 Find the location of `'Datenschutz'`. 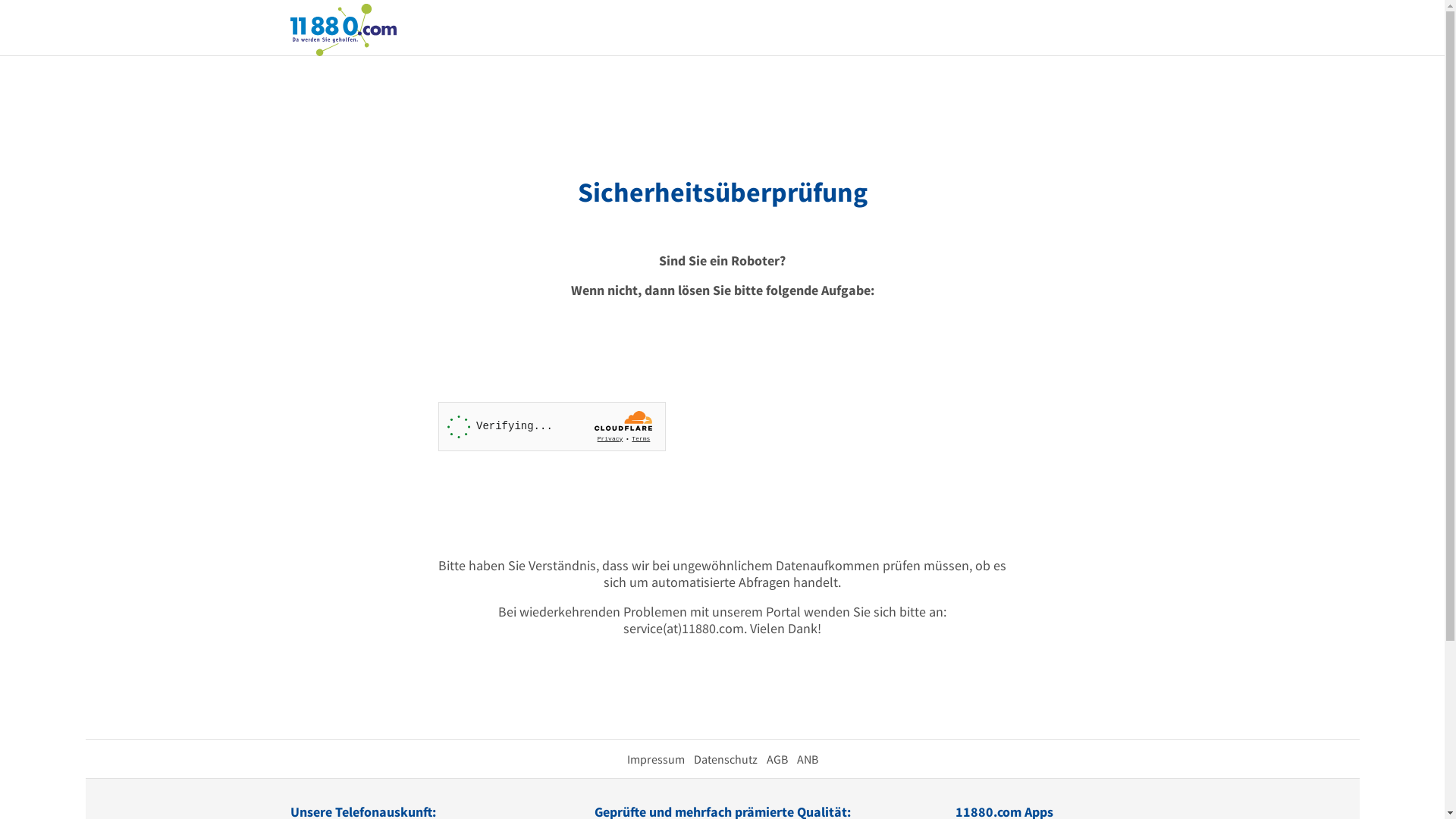

'Datenschutz' is located at coordinates (692, 759).